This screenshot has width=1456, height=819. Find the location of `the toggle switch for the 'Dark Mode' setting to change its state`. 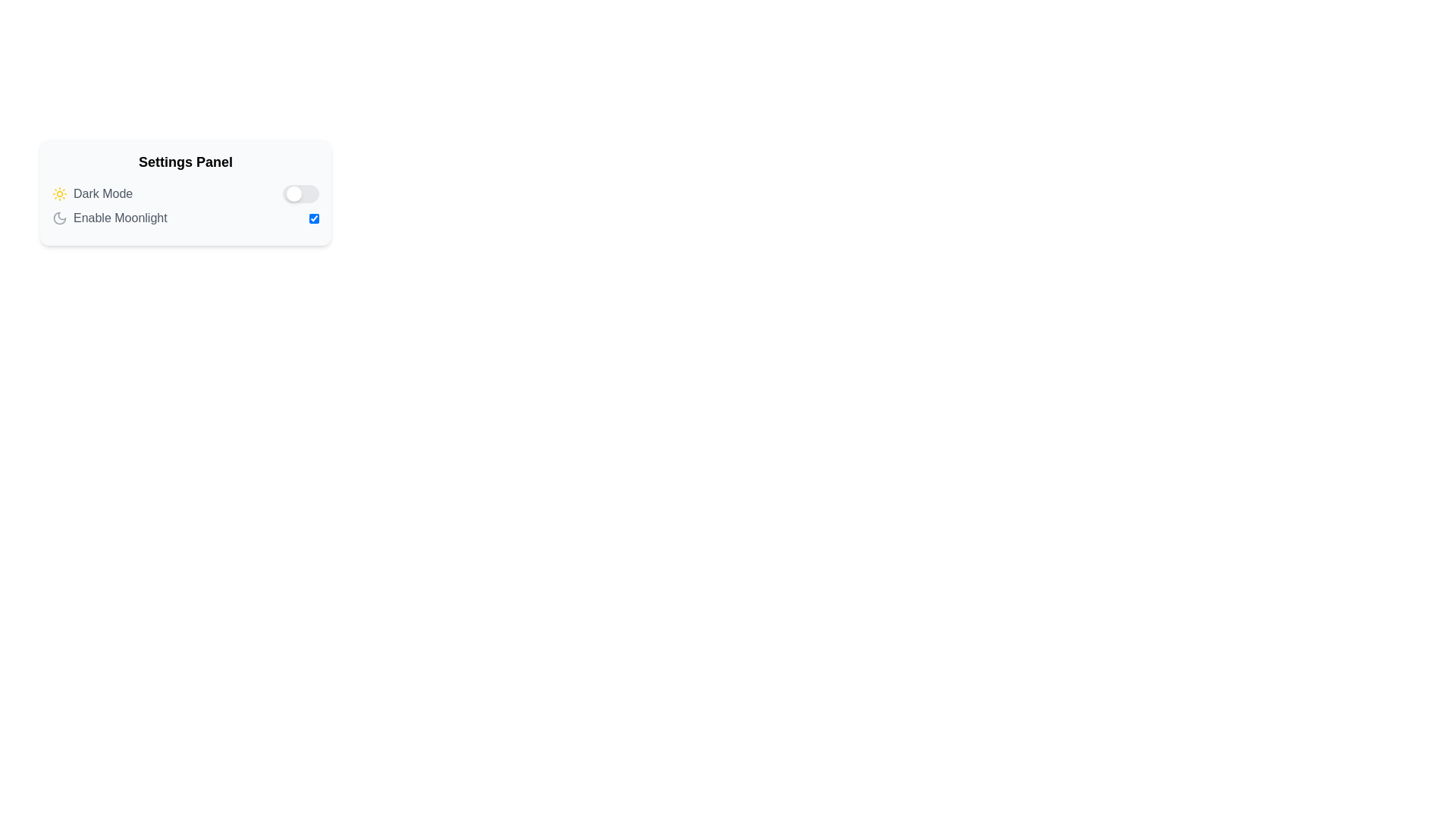

the toggle switch for the 'Dark Mode' setting to change its state is located at coordinates (301, 193).